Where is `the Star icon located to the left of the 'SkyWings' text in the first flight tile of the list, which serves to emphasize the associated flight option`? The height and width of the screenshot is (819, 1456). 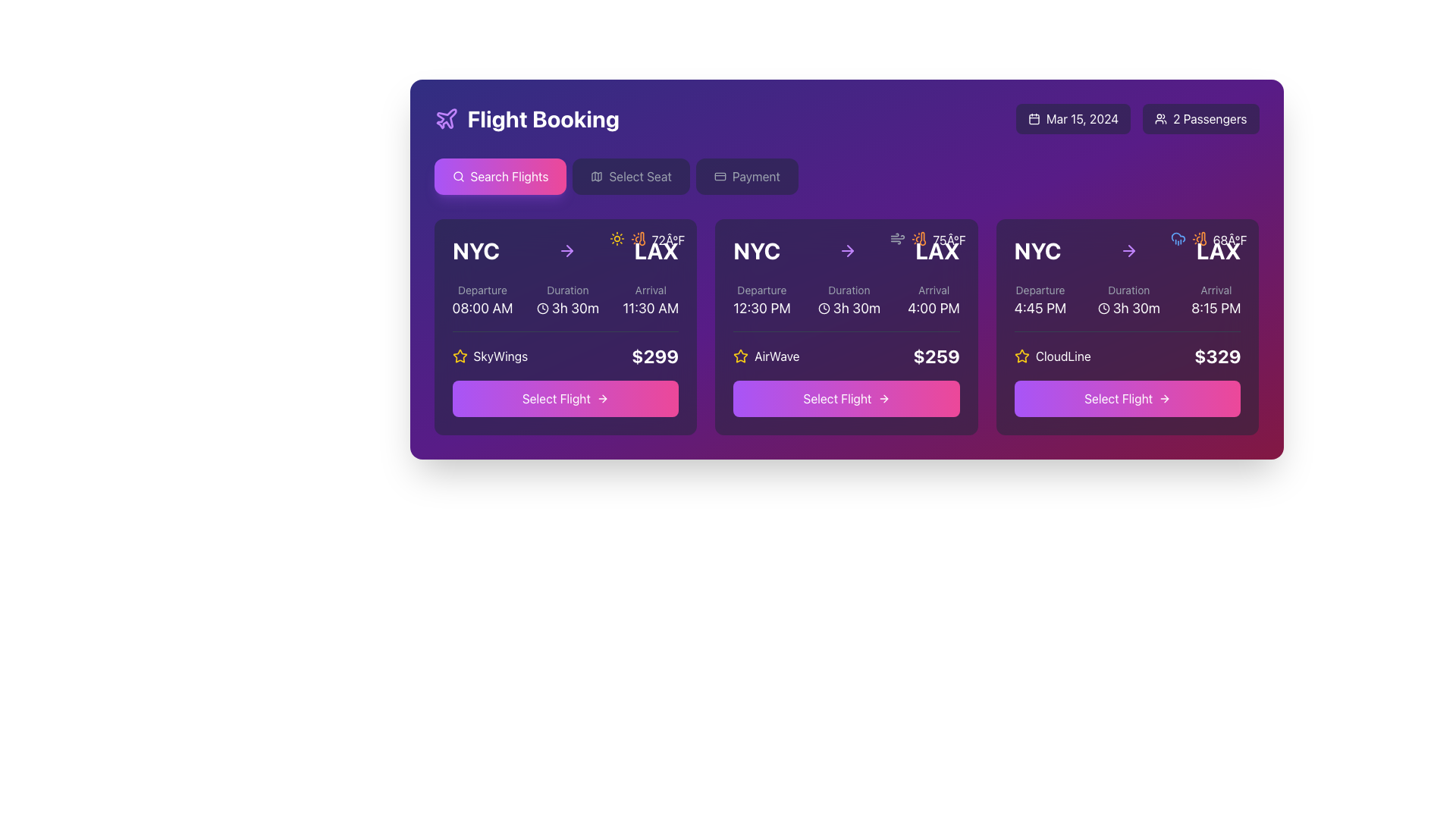
the Star icon located to the left of the 'SkyWings' text in the first flight tile of the list, which serves to emphasize the associated flight option is located at coordinates (459, 356).